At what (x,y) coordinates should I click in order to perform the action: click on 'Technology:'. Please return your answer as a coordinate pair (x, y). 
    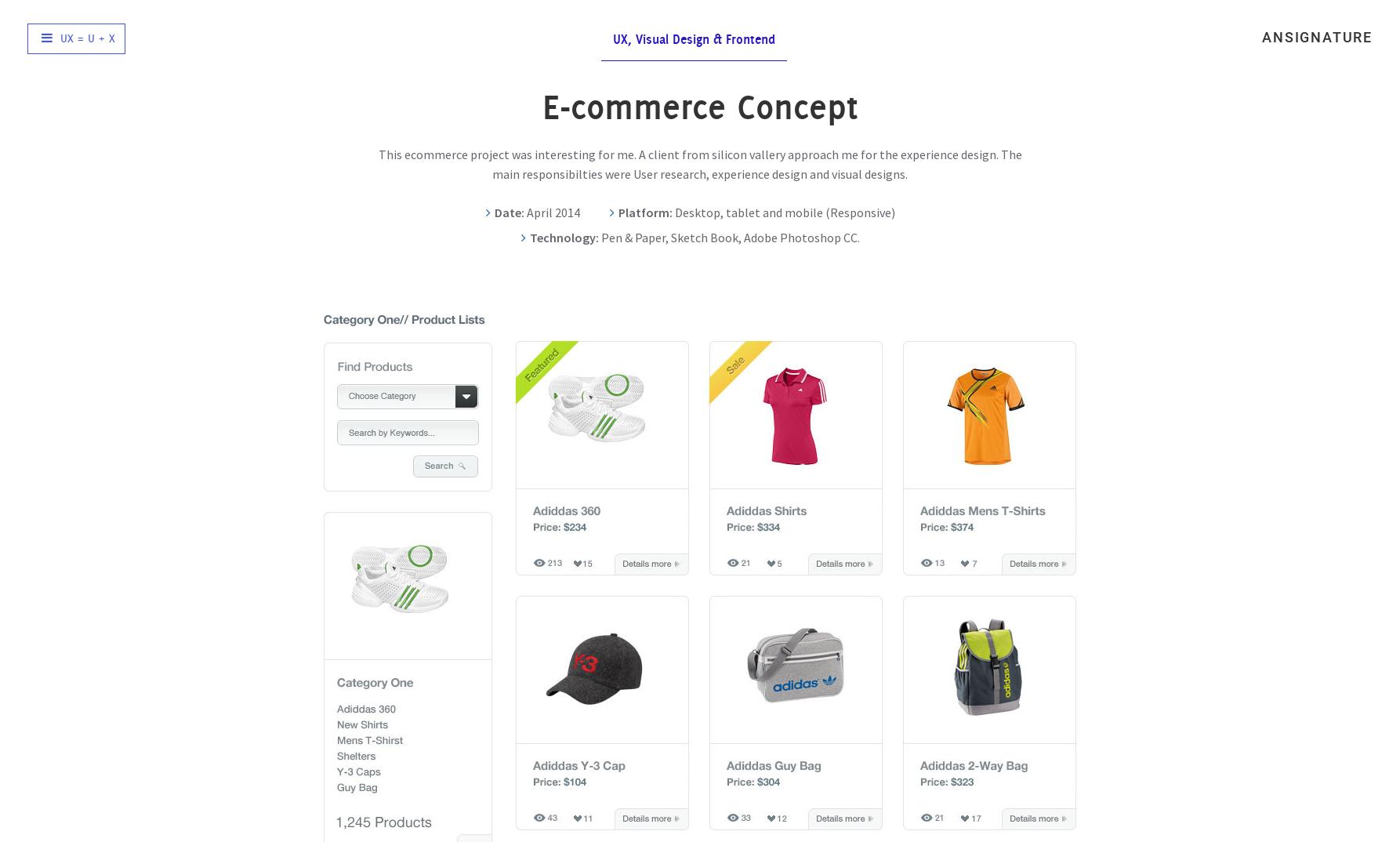
    Looking at the image, I should click on (528, 237).